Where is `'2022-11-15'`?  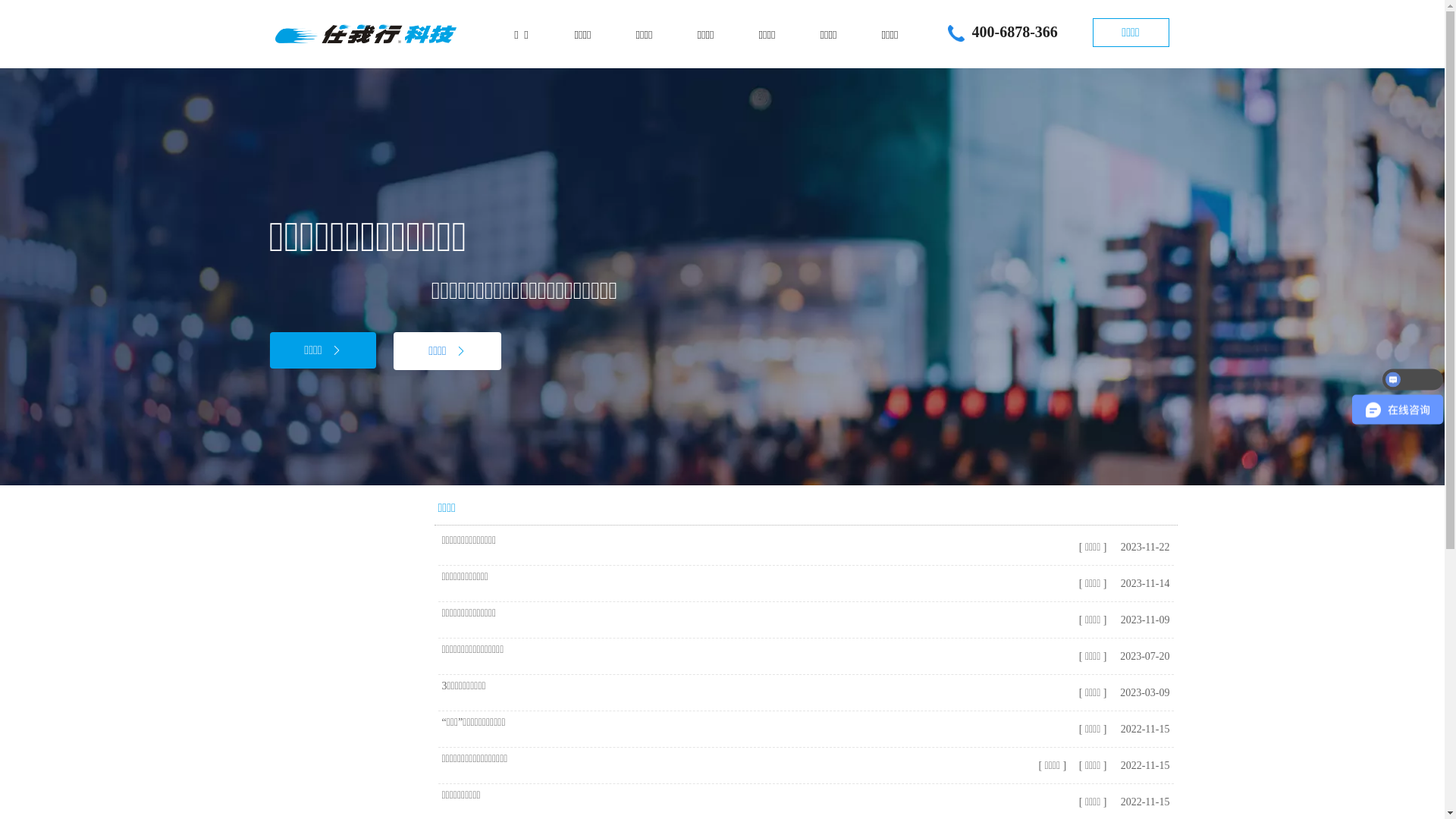
'2022-11-15' is located at coordinates (1116, 765).